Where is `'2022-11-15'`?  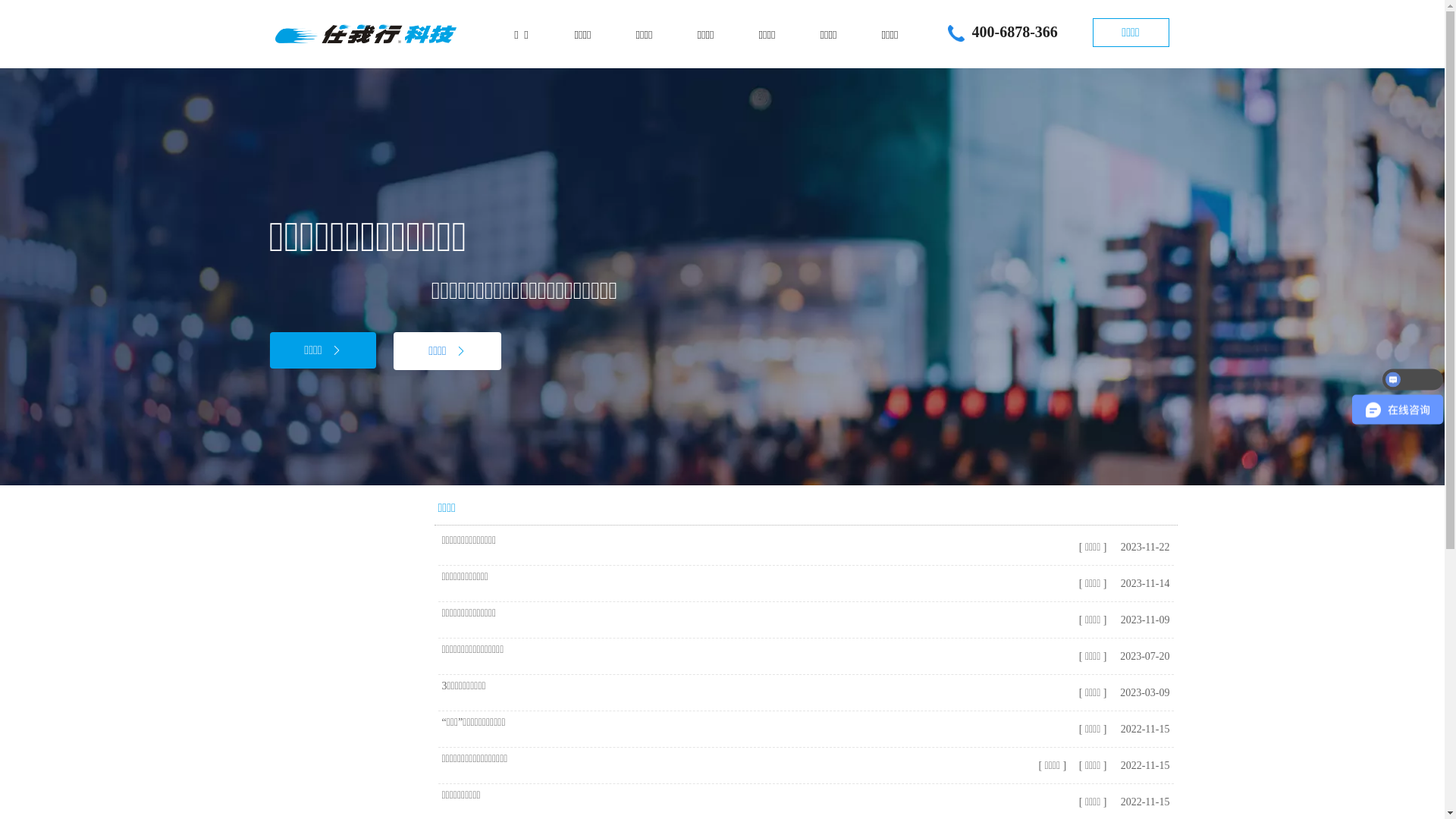
'2022-11-15' is located at coordinates (1116, 765).